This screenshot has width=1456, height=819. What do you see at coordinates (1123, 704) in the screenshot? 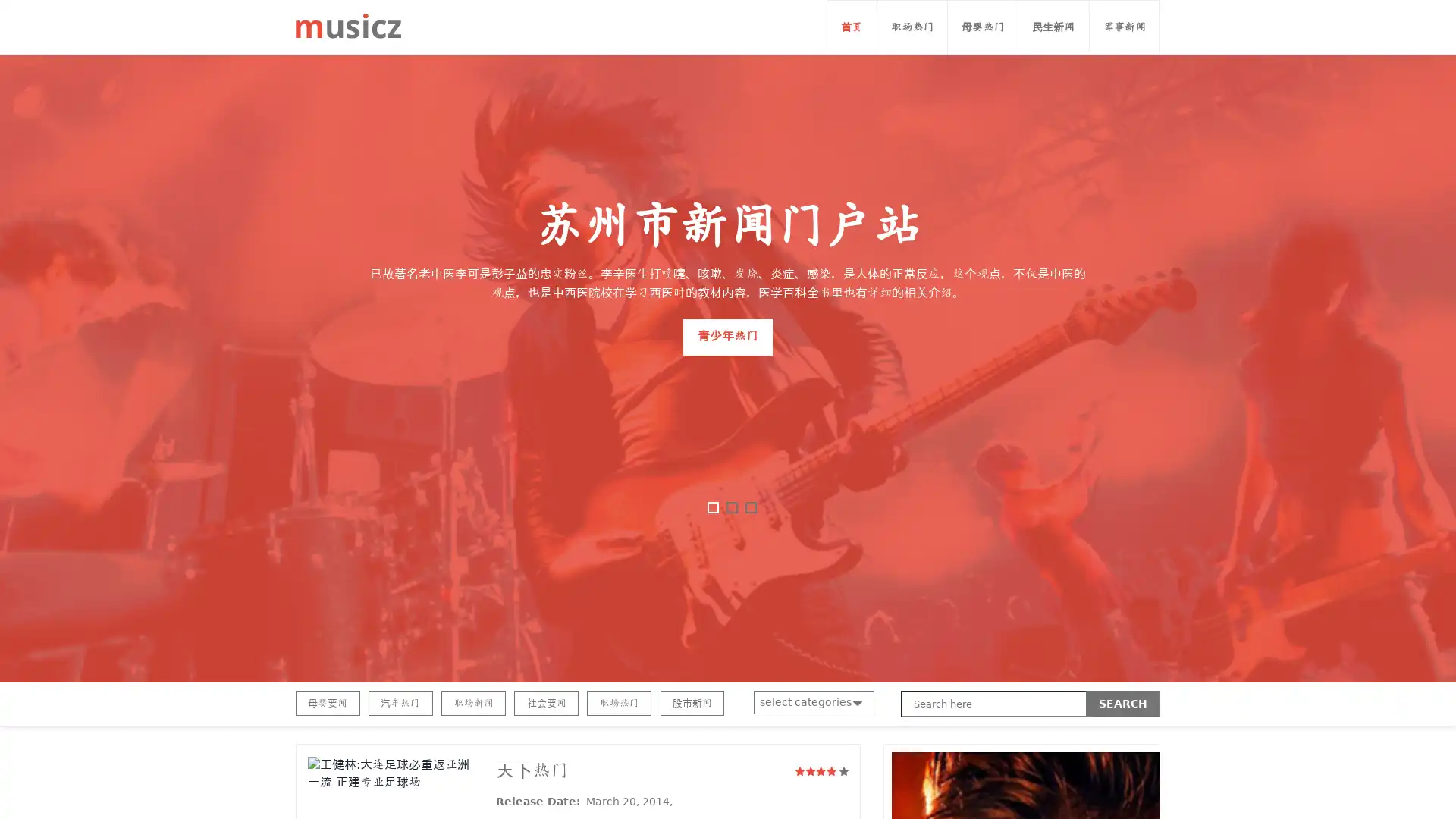
I see `search` at bounding box center [1123, 704].